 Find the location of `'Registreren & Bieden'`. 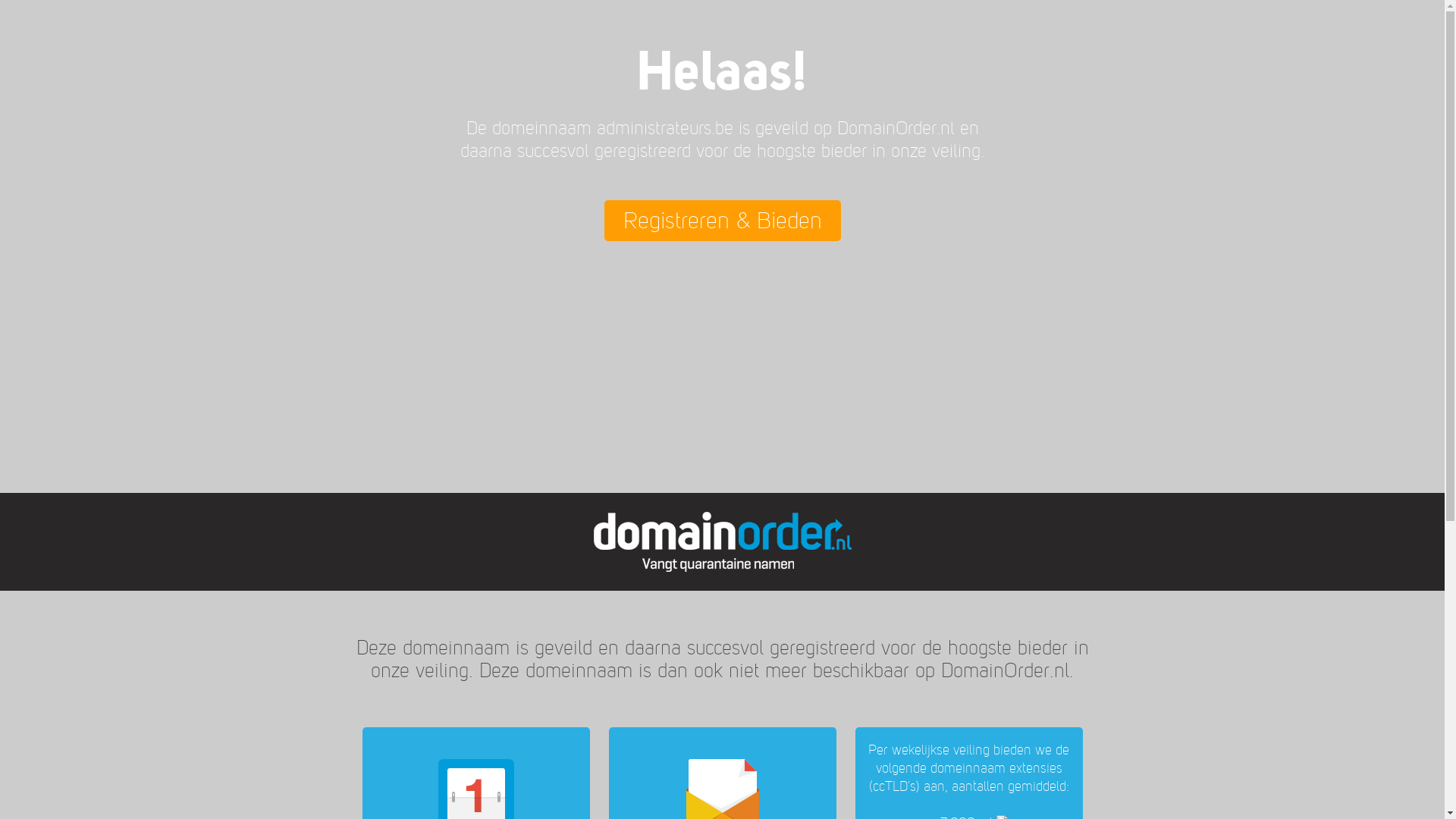

'Registreren & Bieden' is located at coordinates (720, 220).